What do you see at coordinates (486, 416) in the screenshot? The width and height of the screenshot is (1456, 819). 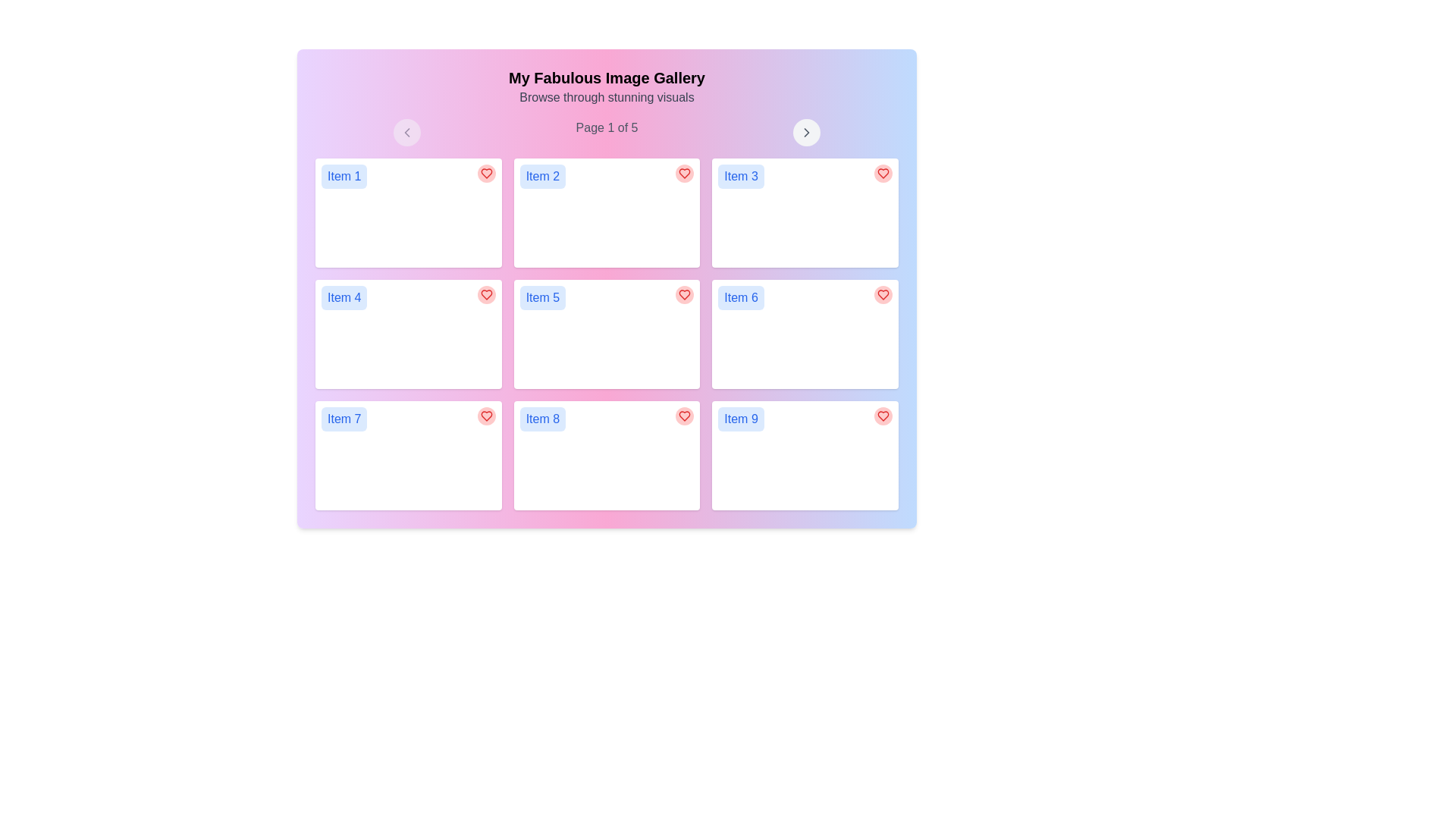 I see `the heart-shaped icon in the upper-right corner of the 'Item 7' box` at bounding box center [486, 416].